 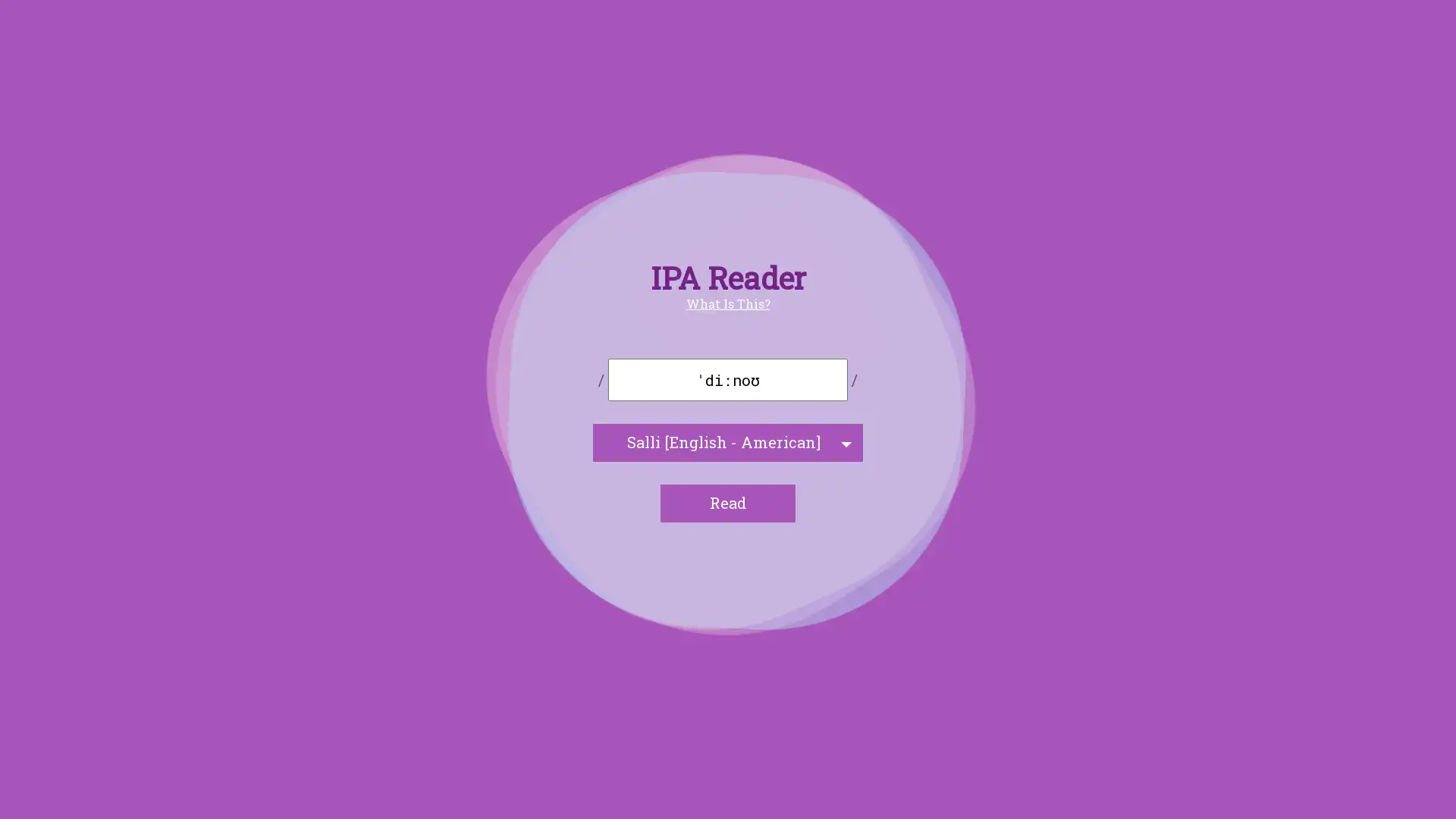 I want to click on Read, so click(x=728, y=503).